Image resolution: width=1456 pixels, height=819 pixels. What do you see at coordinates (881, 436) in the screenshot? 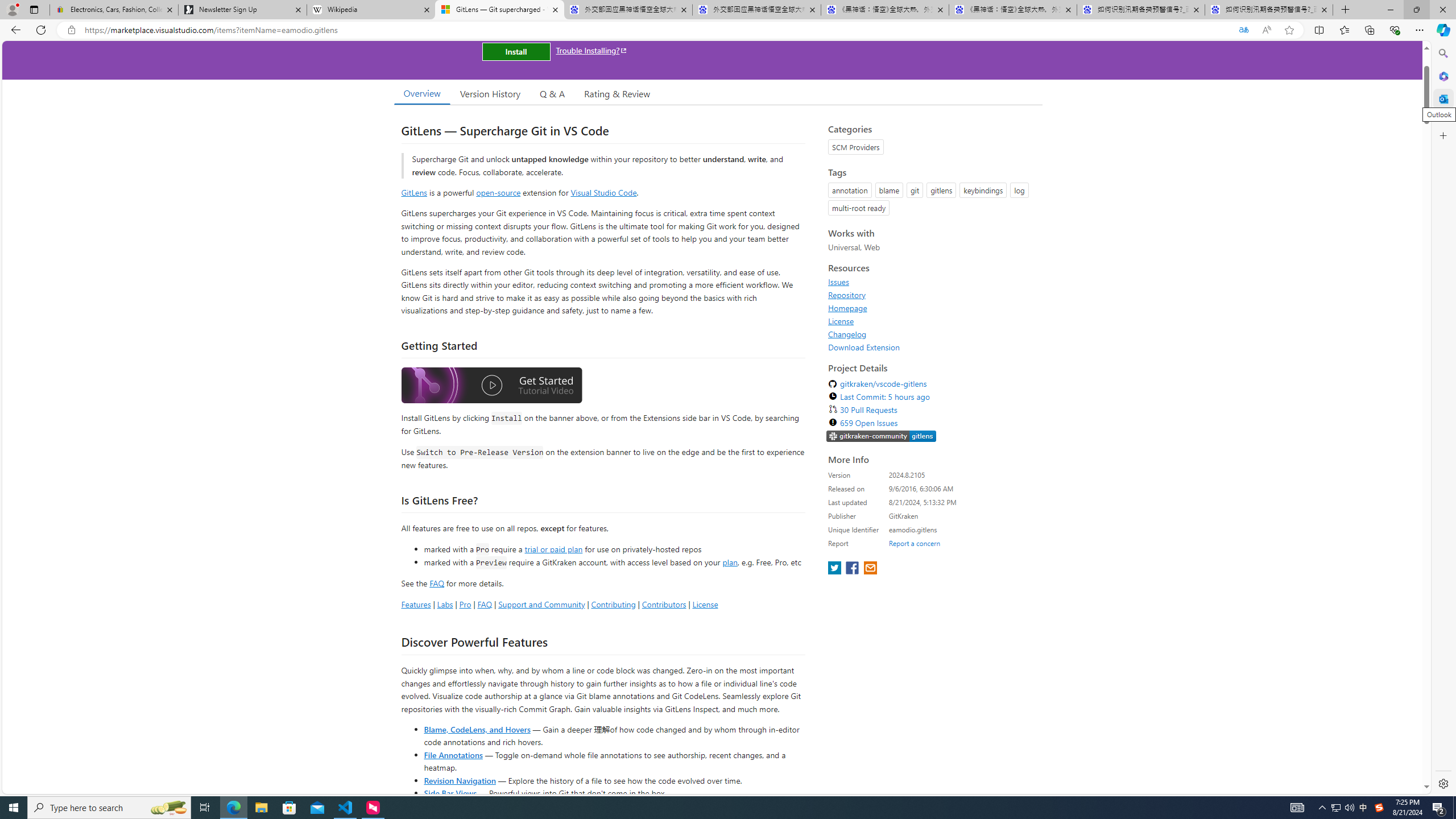
I see `'https://slack.gitkraken.com//'` at bounding box center [881, 436].